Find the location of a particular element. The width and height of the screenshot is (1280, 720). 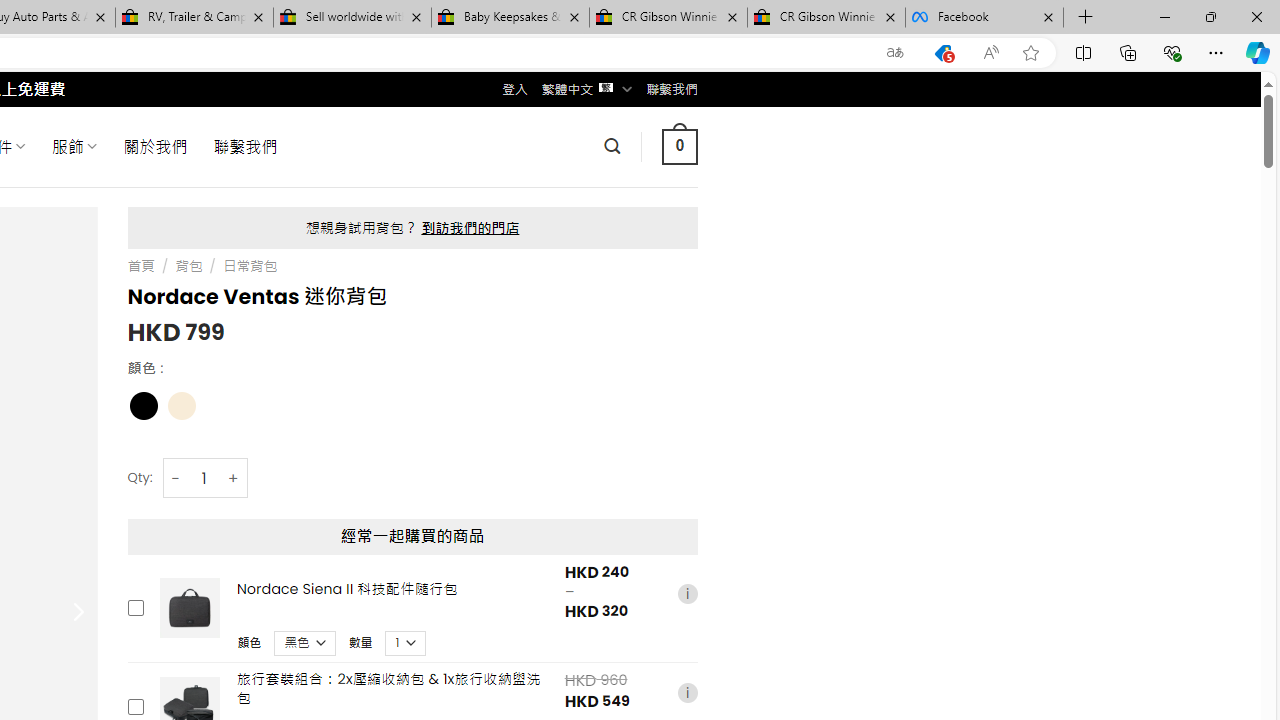

'  0  ' is located at coordinates (679, 145).